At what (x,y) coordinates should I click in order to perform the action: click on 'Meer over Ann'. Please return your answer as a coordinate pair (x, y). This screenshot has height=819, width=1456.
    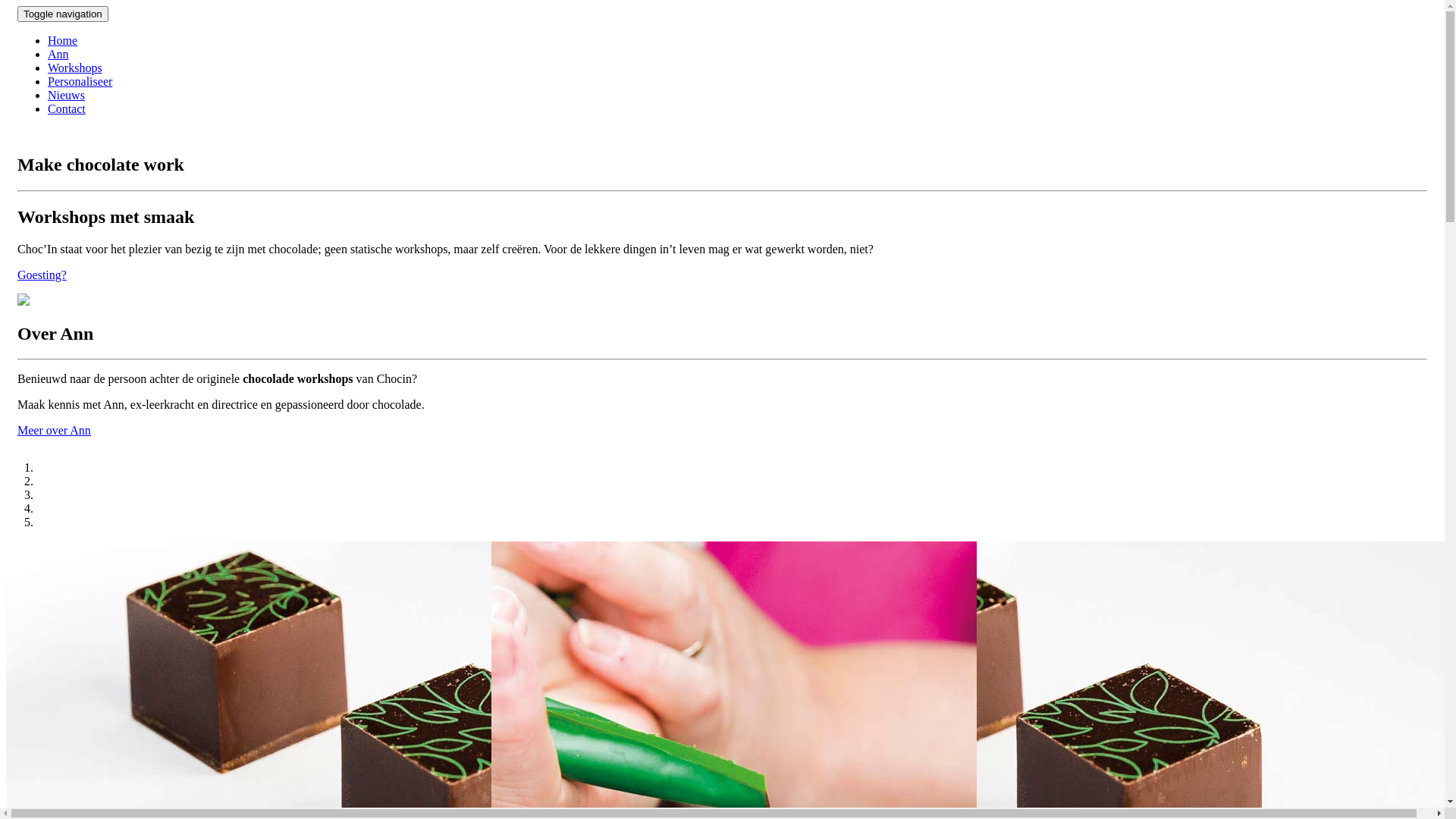
    Looking at the image, I should click on (54, 430).